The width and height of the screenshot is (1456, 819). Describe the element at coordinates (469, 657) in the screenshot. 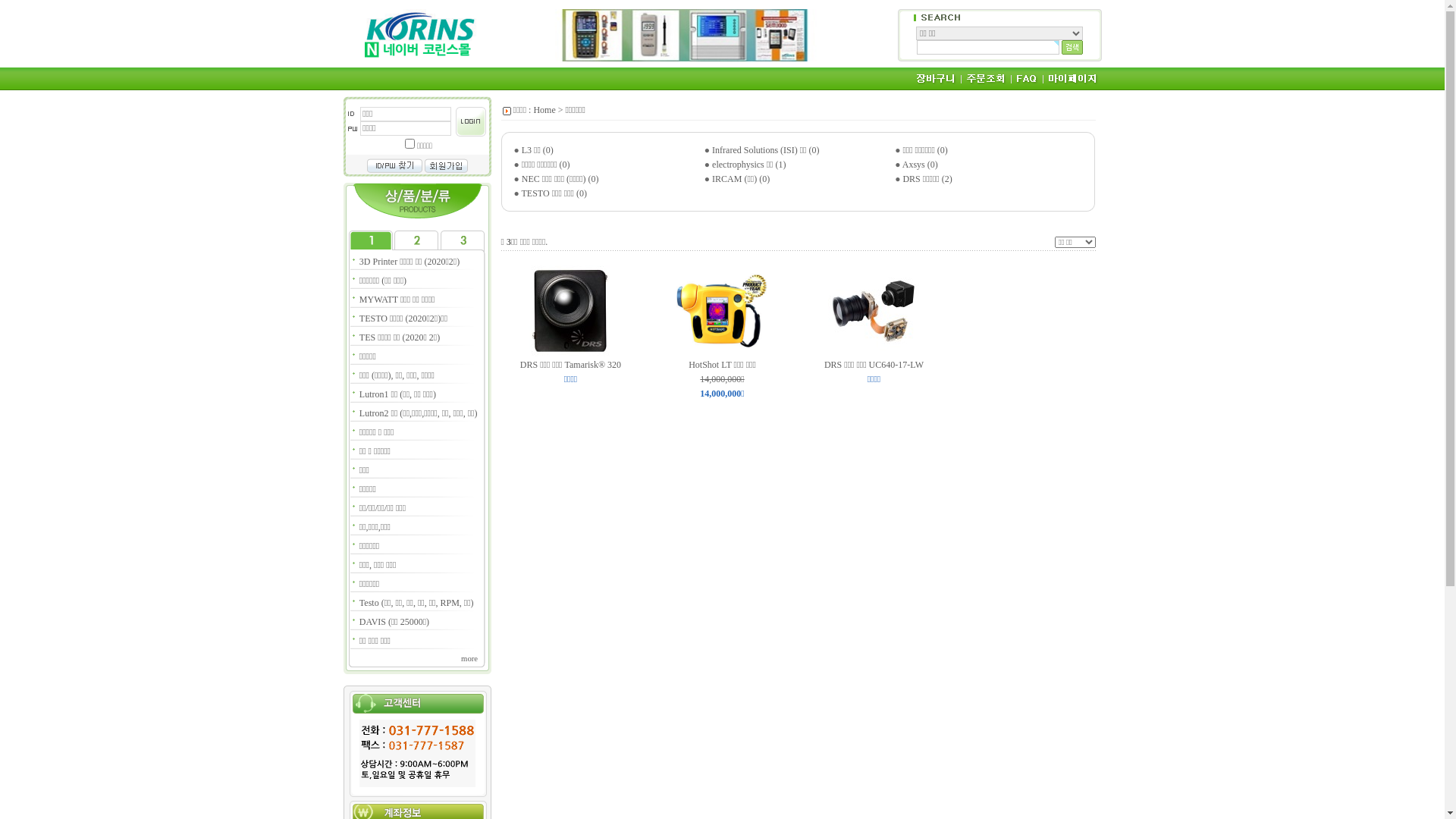

I see `'more'` at that location.